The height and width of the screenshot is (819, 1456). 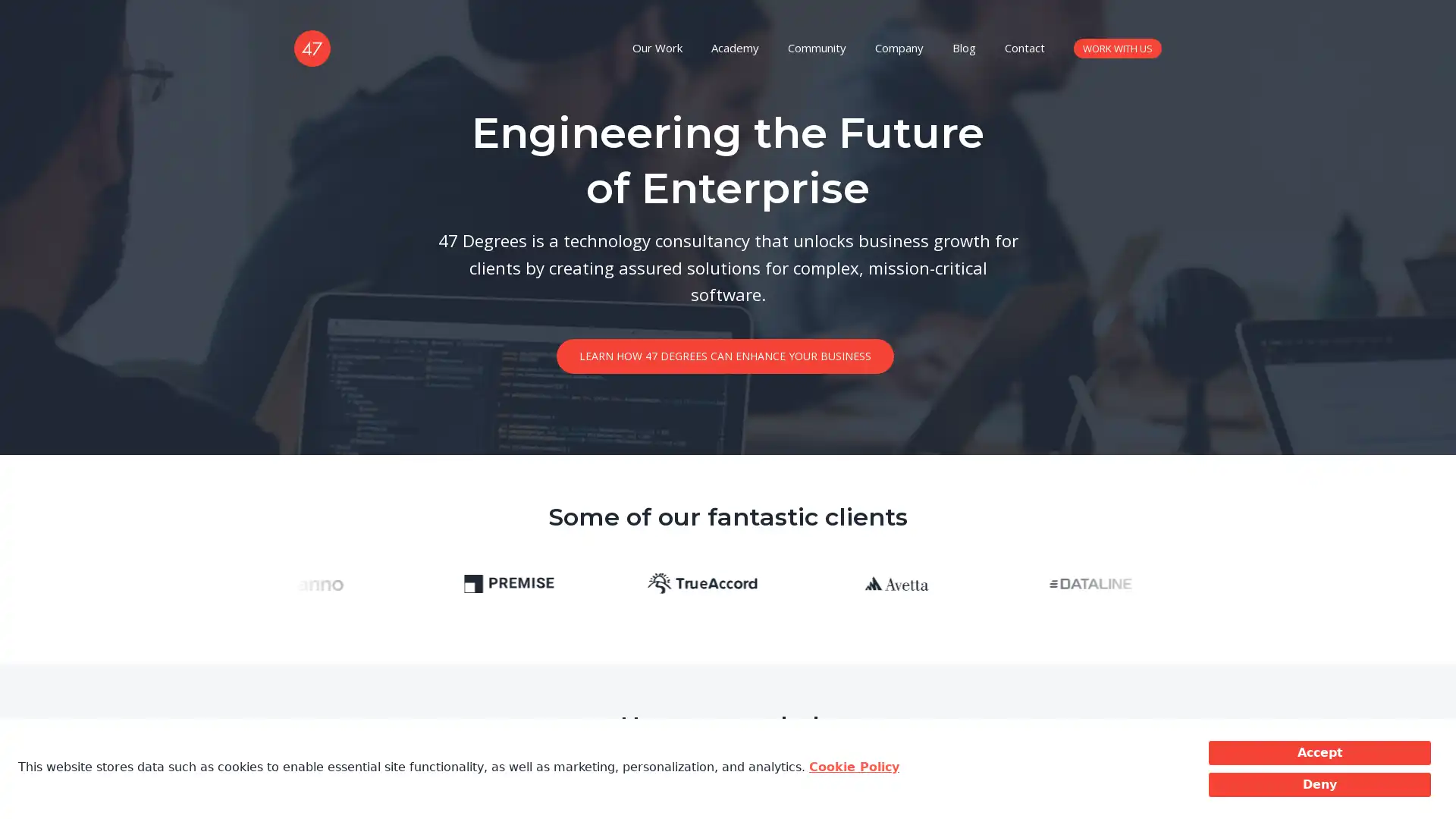 What do you see at coordinates (1319, 752) in the screenshot?
I see `Accept` at bounding box center [1319, 752].